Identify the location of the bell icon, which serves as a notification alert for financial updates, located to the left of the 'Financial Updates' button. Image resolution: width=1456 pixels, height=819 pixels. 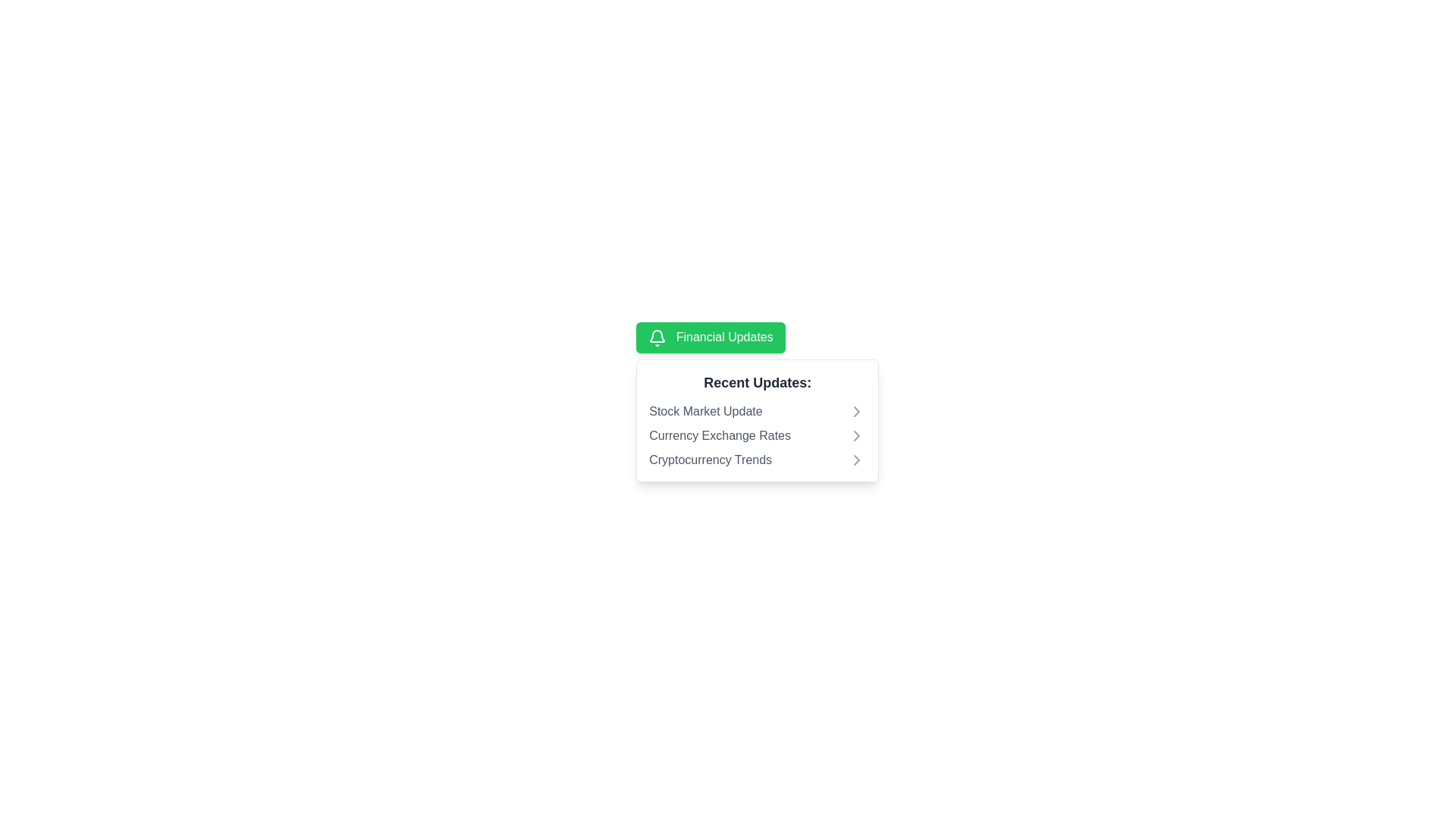
(657, 337).